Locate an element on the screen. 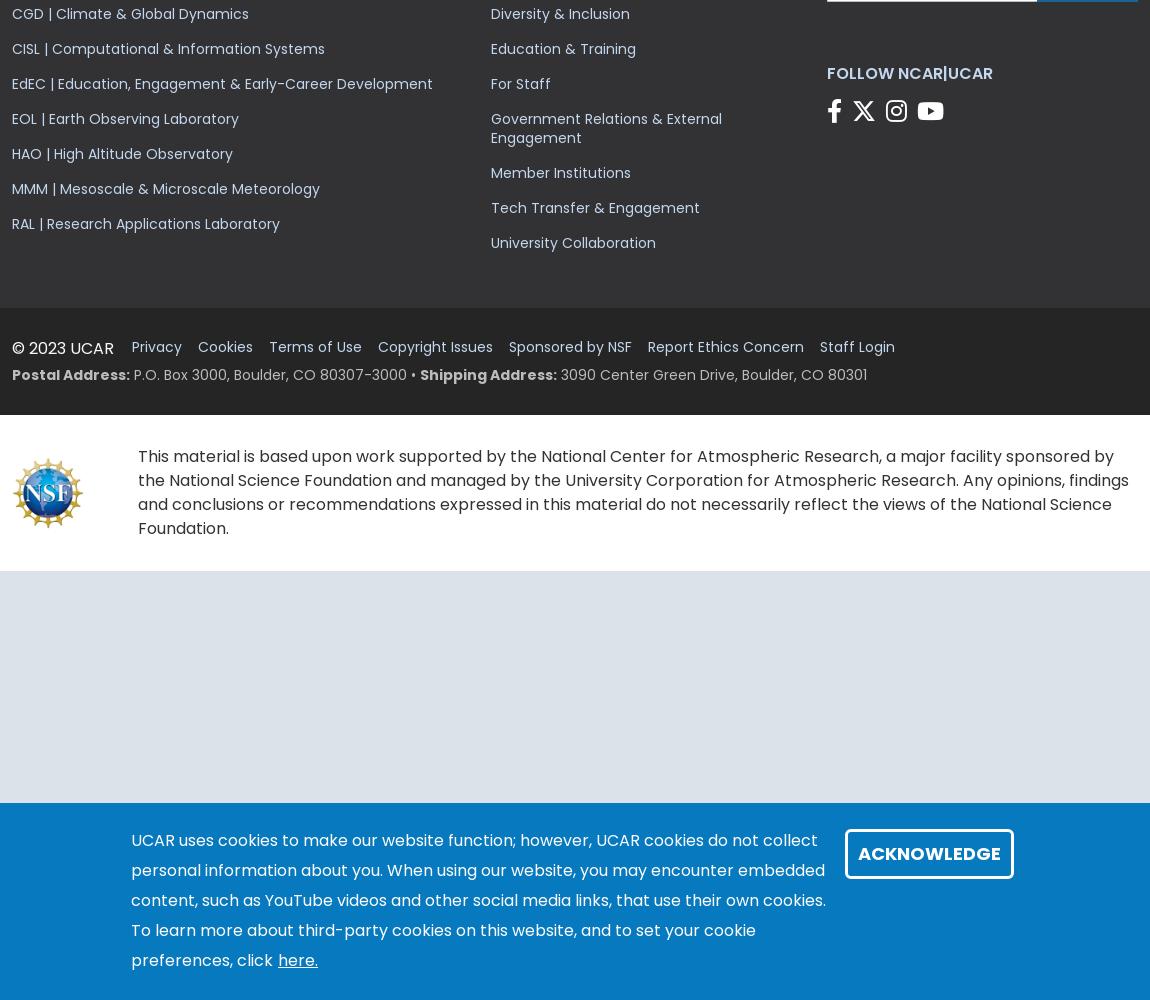 This screenshot has height=1000, width=1150. 'CGD | Climate & Global Dynamics' is located at coordinates (129, 14).